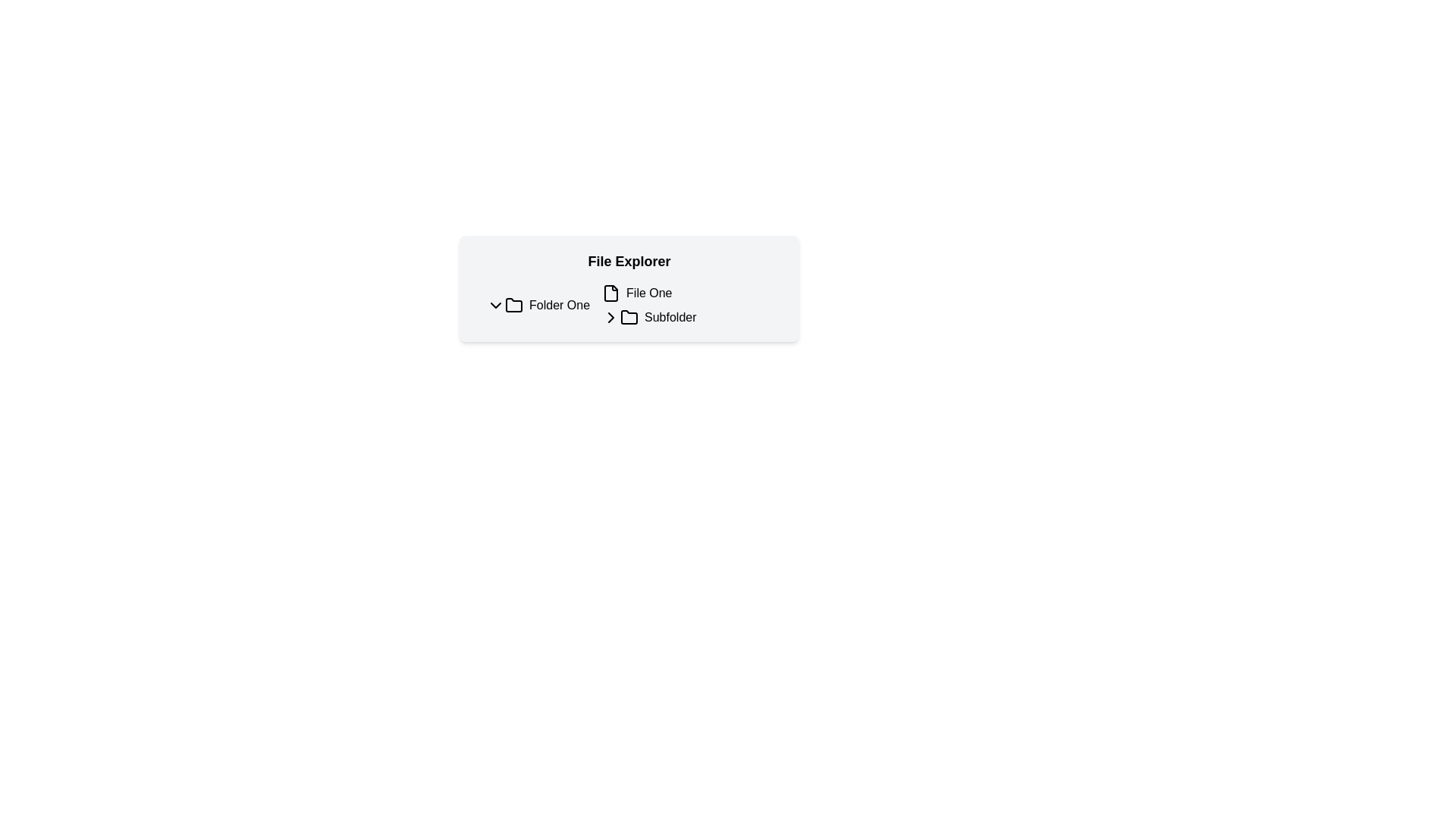  Describe the element at coordinates (495, 305) in the screenshot. I see `the button next to the 'Folder One' label` at that location.